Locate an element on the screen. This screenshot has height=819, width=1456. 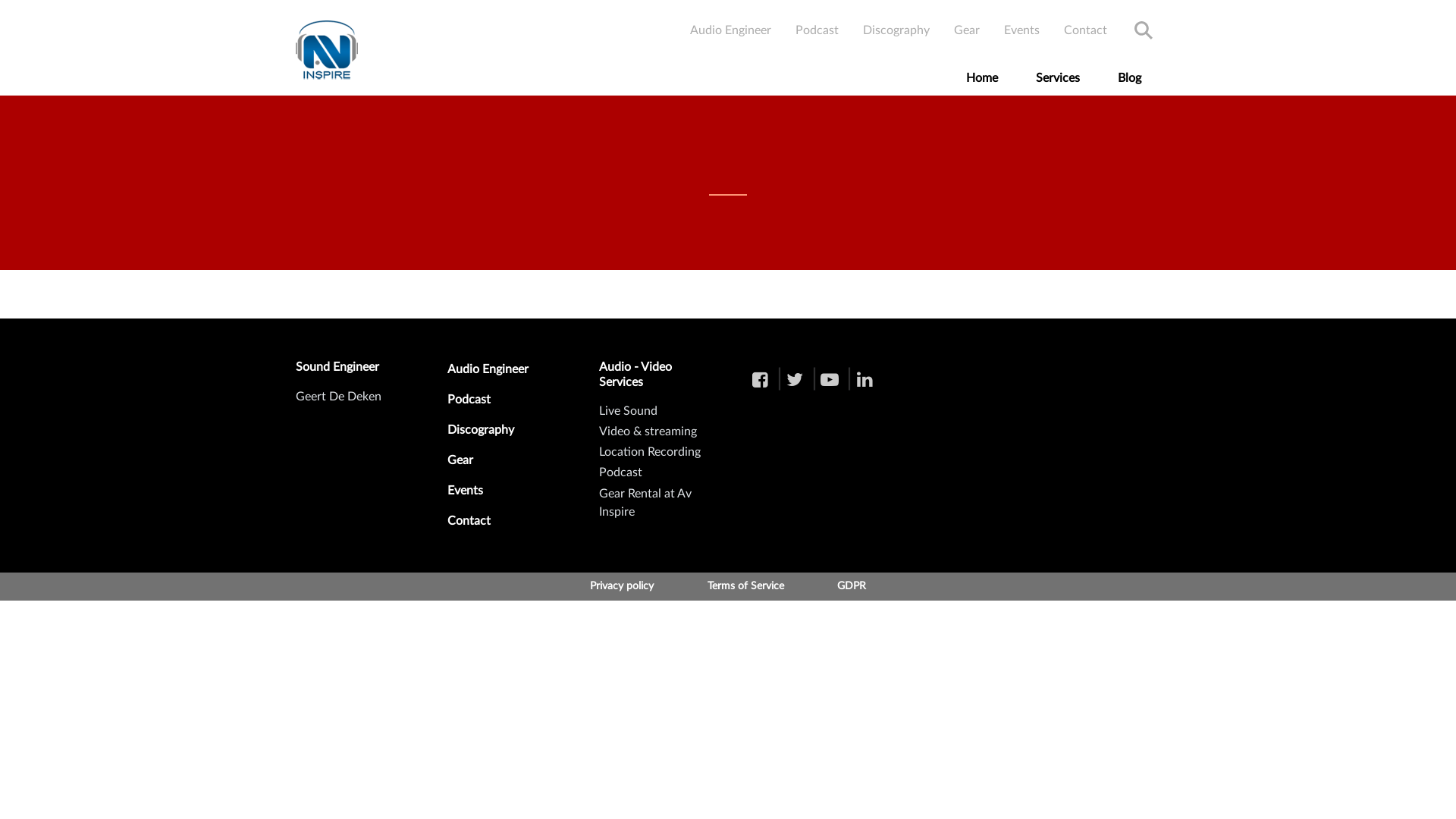
'Live Sound' is located at coordinates (628, 411).